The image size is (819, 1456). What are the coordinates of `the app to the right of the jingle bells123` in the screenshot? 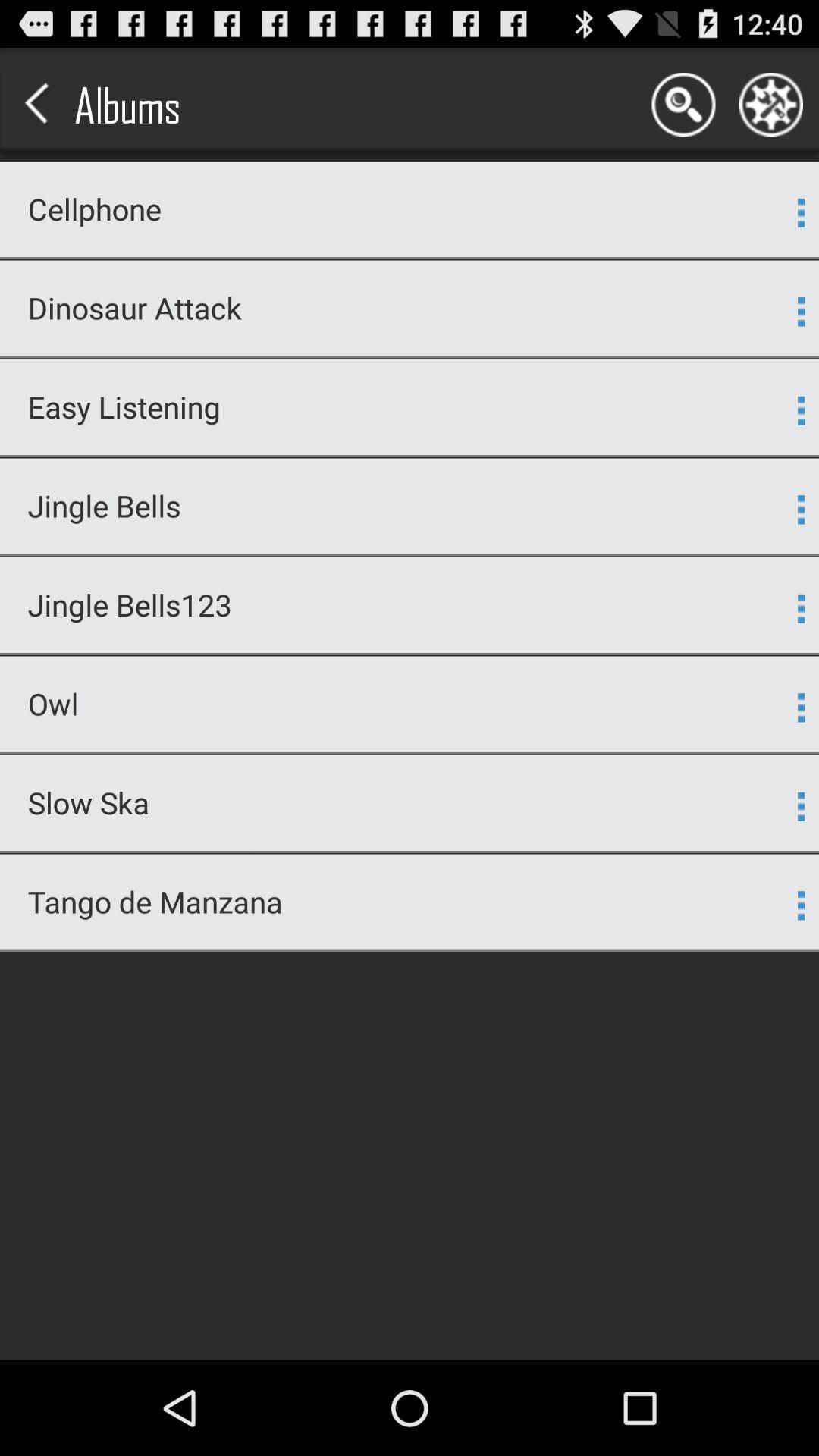 It's located at (800, 608).